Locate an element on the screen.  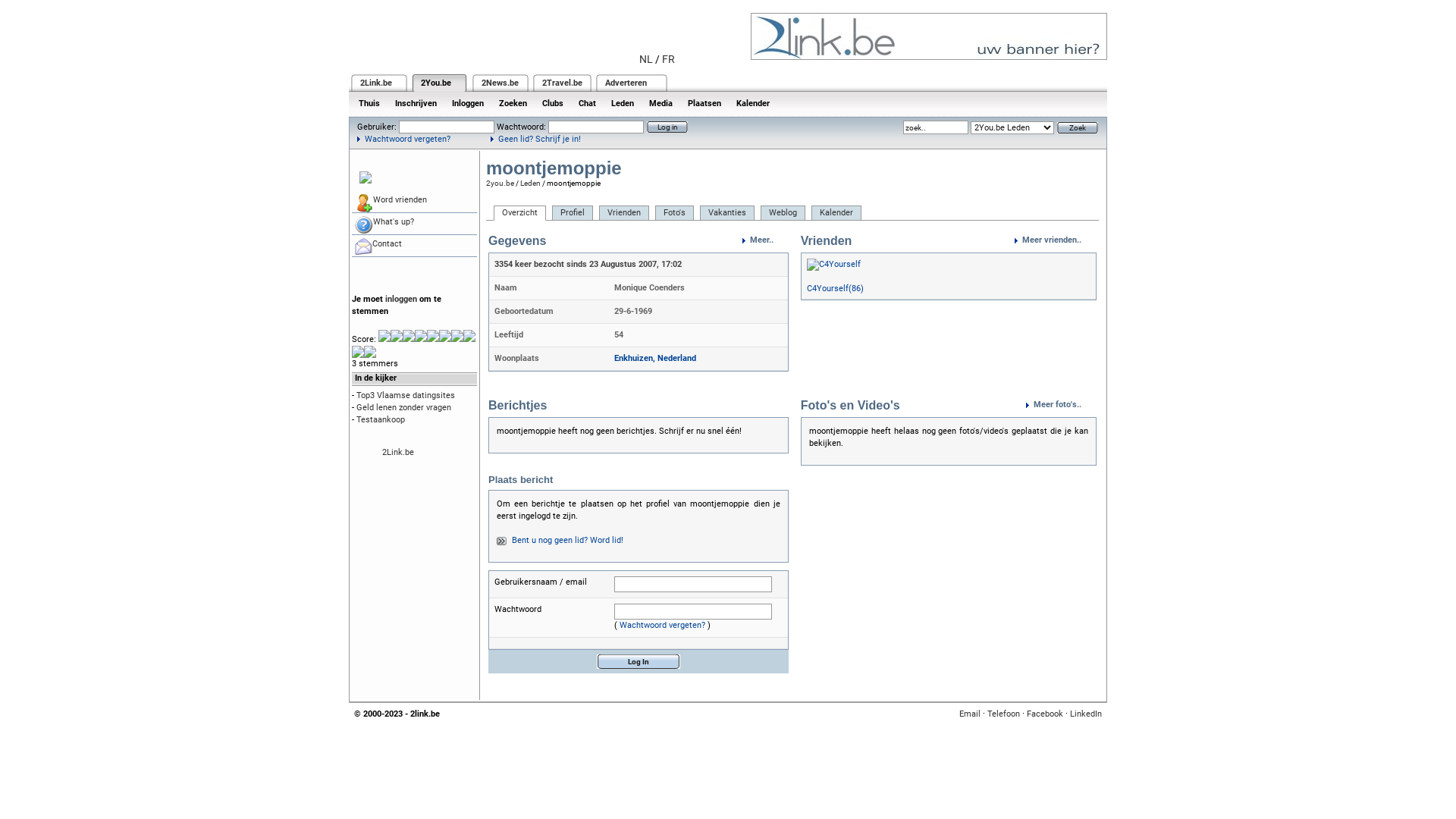
'Chat' is located at coordinates (586, 102).